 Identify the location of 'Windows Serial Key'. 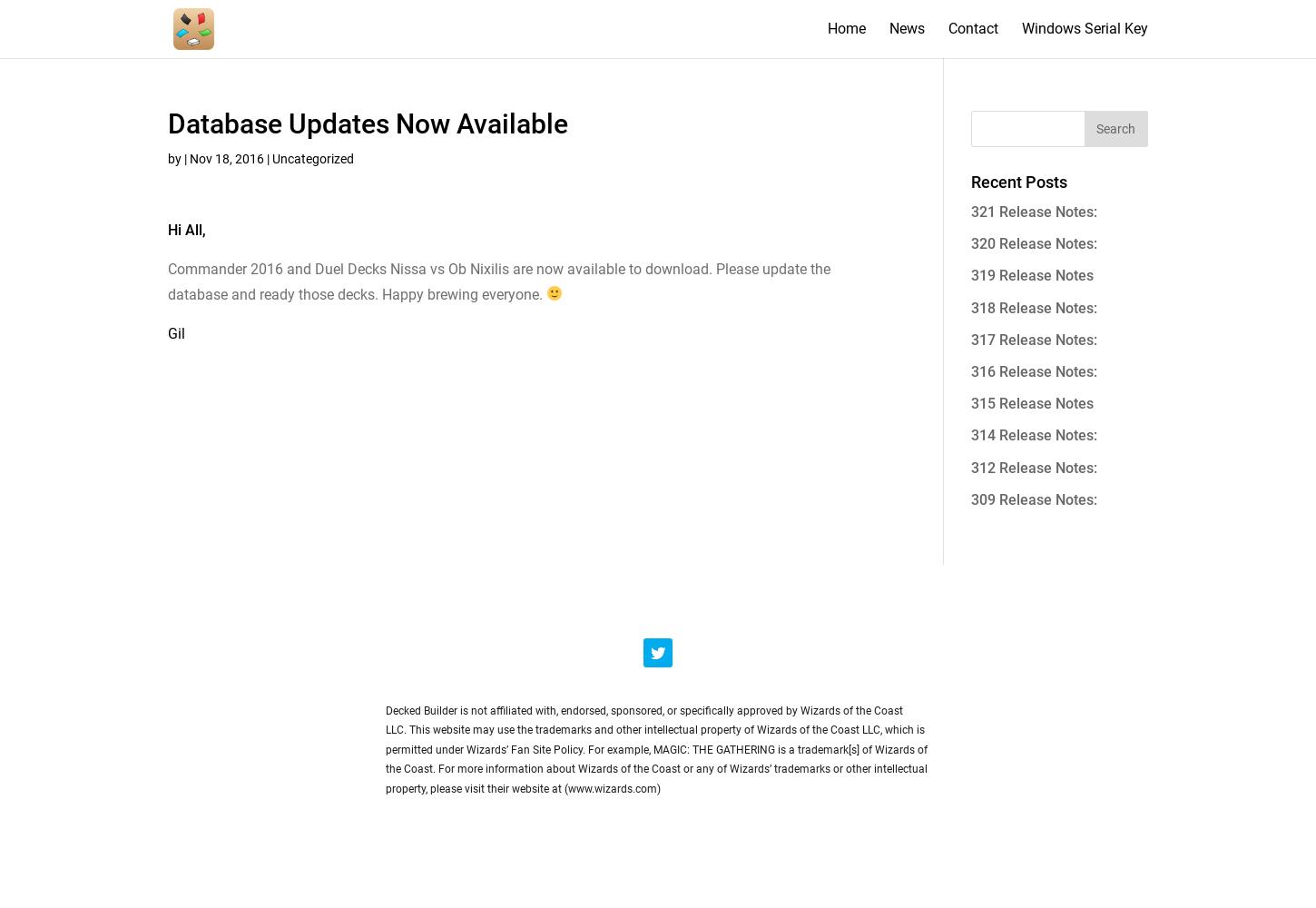
(1084, 28).